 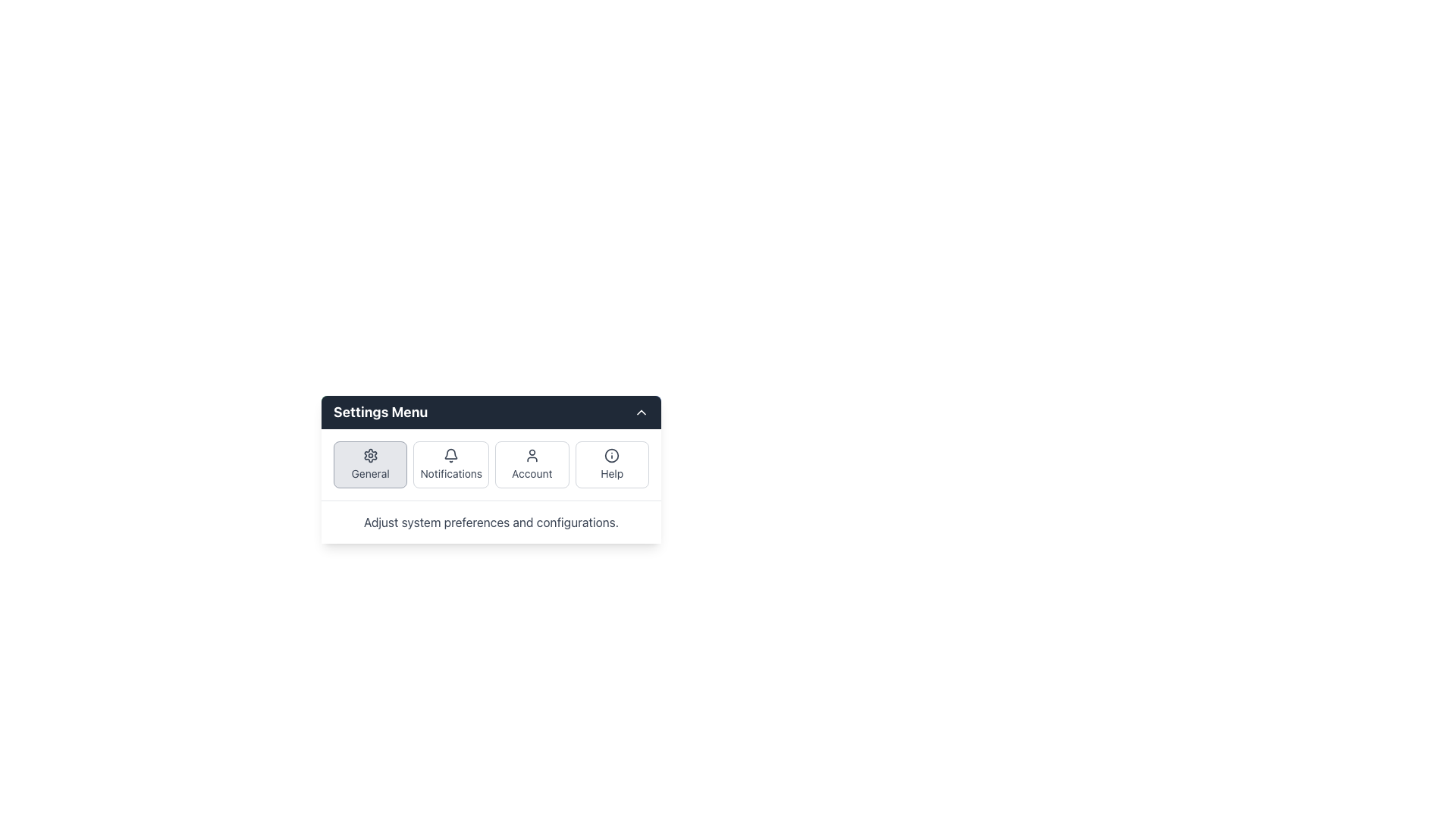 What do you see at coordinates (611, 455) in the screenshot?
I see `the circular information icon located in the 'Help' section of the settings menu` at bounding box center [611, 455].